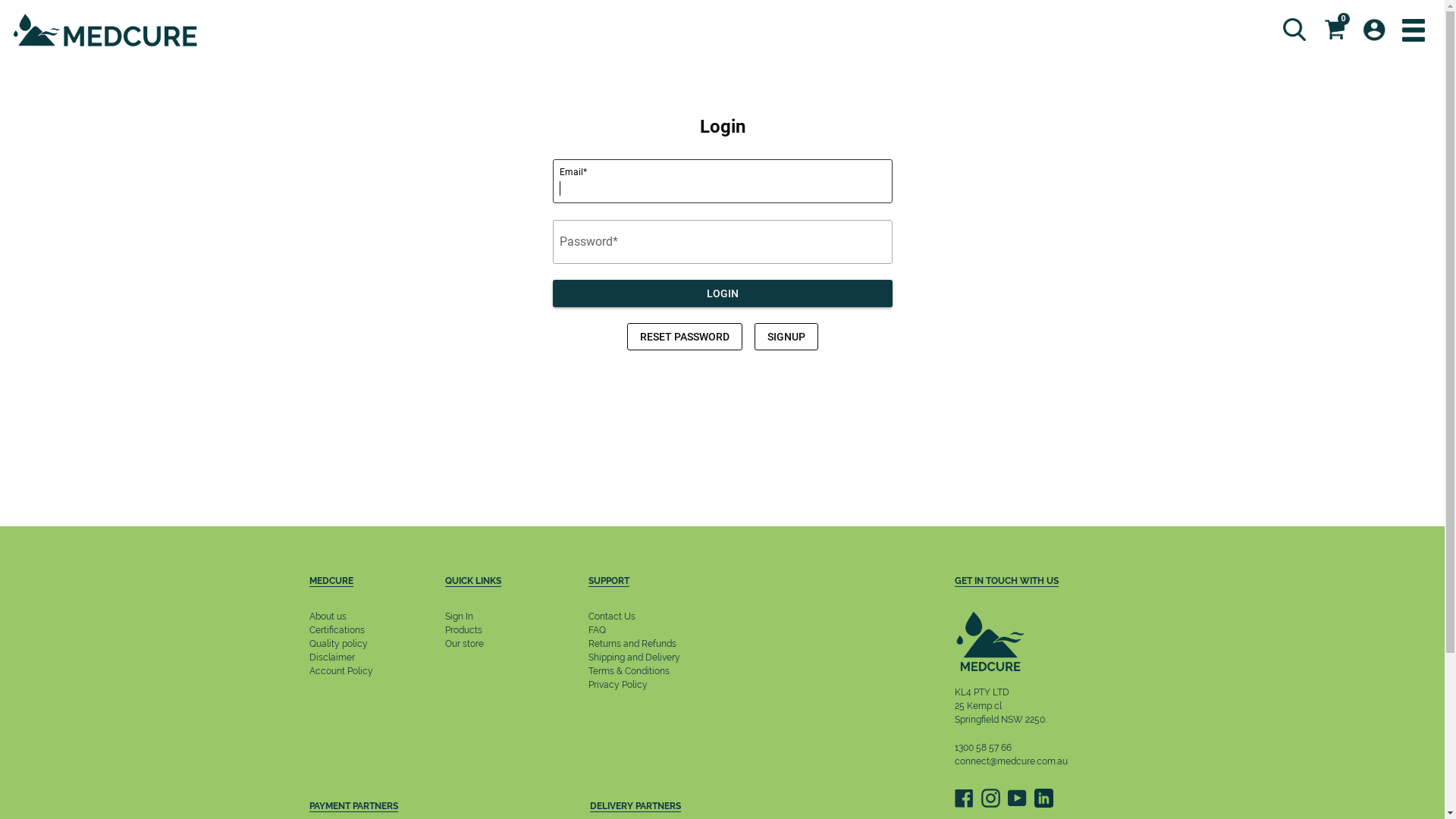  Describe the element at coordinates (596, 629) in the screenshot. I see `'FAQ'` at that location.